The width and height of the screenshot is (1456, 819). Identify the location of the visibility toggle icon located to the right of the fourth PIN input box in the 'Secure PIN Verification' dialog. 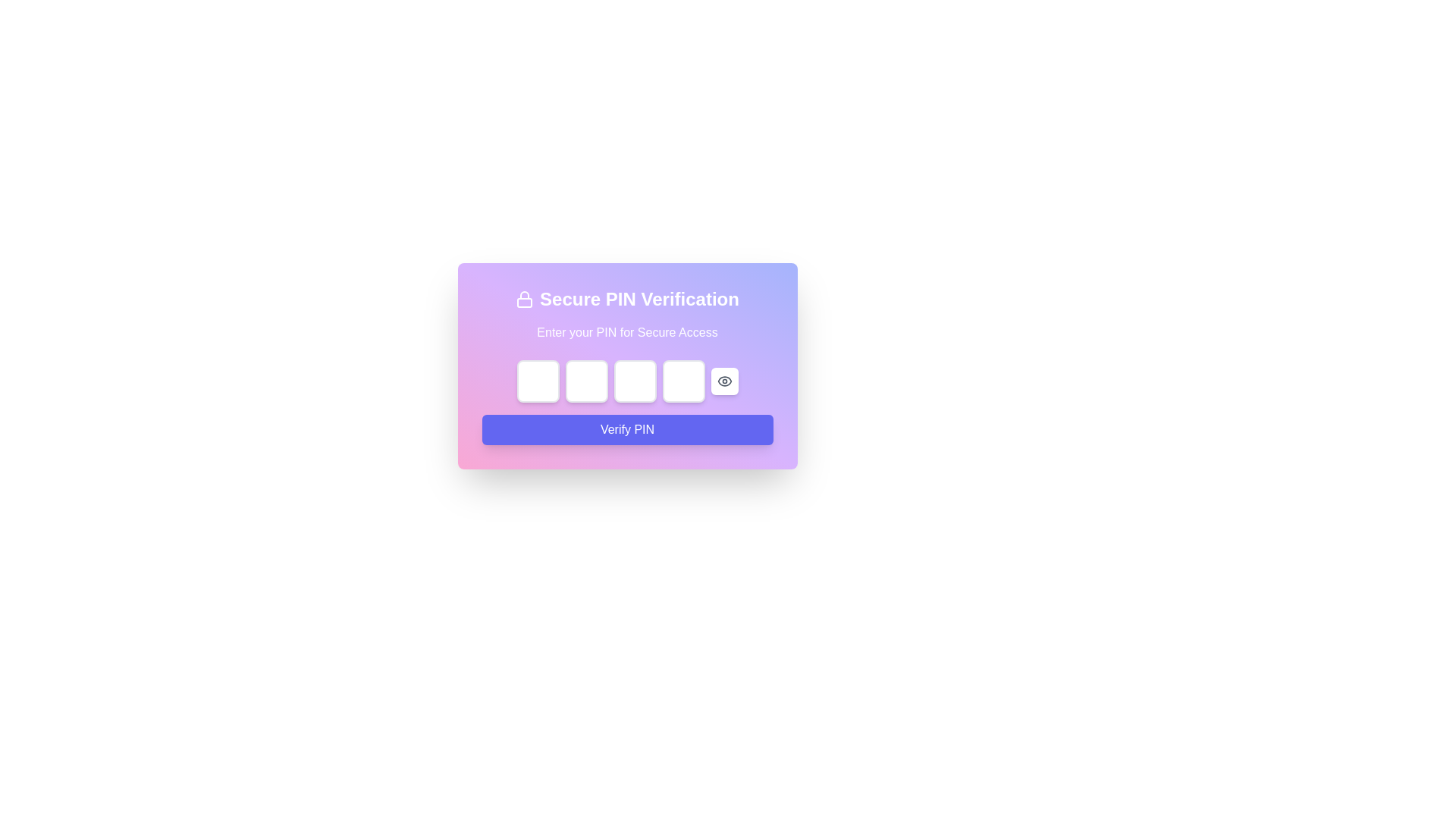
(723, 380).